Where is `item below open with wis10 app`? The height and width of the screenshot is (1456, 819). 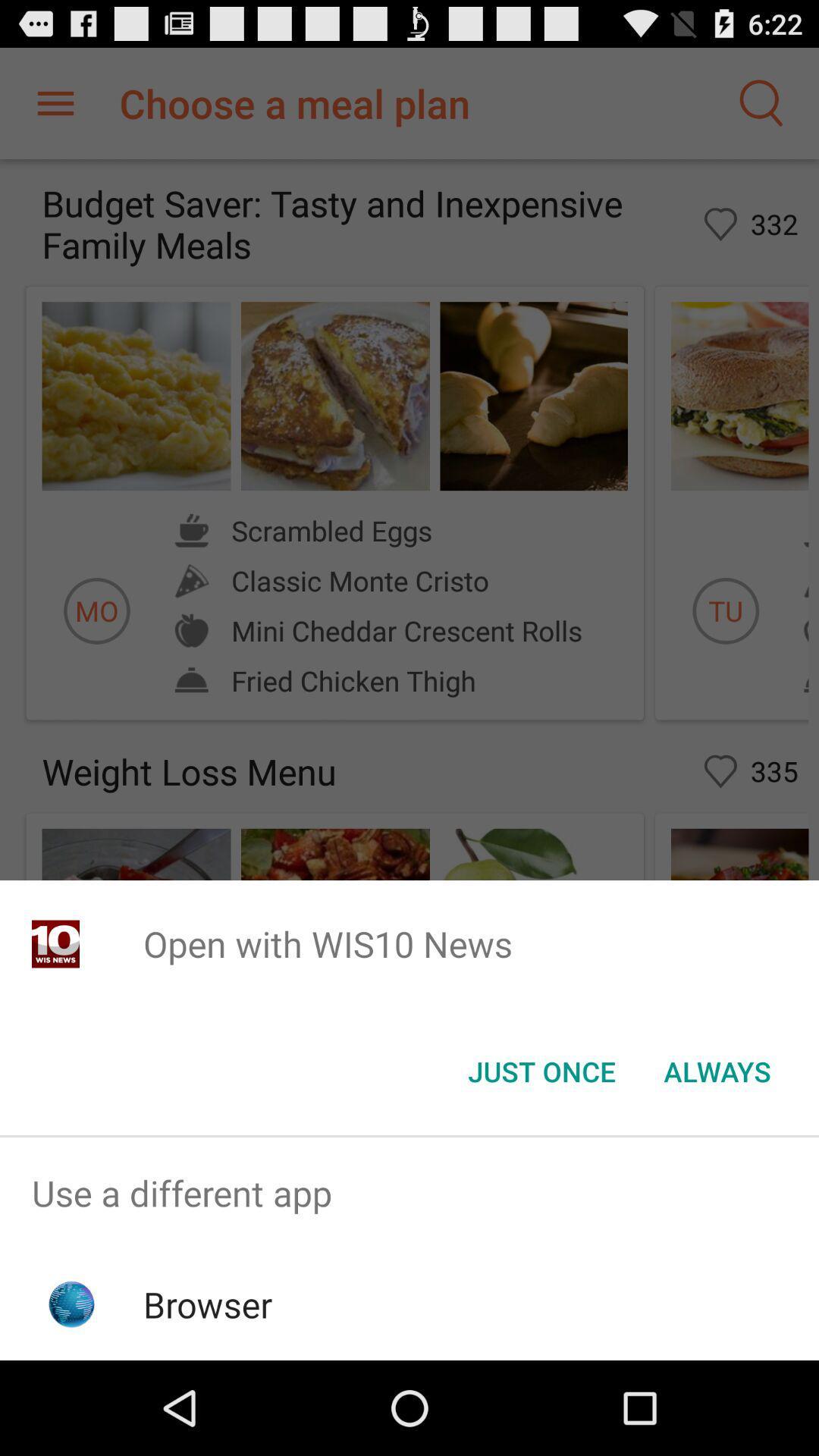
item below open with wis10 app is located at coordinates (717, 1070).